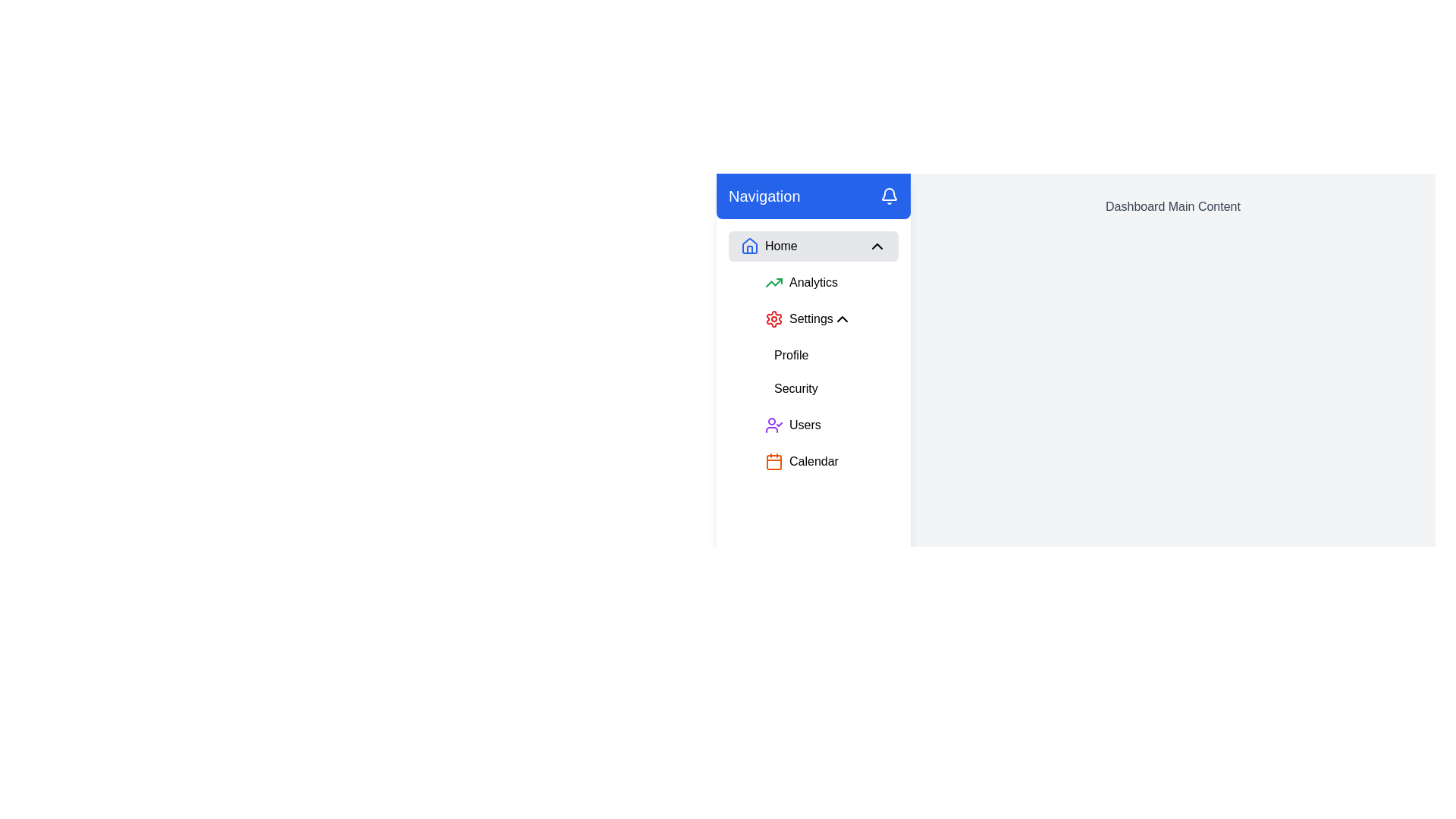 This screenshot has height=819, width=1456. What do you see at coordinates (749, 249) in the screenshot?
I see `the vertical rectangular icon that is part of the house-shaped icon located at the top of the sidebar navigation panel` at bounding box center [749, 249].